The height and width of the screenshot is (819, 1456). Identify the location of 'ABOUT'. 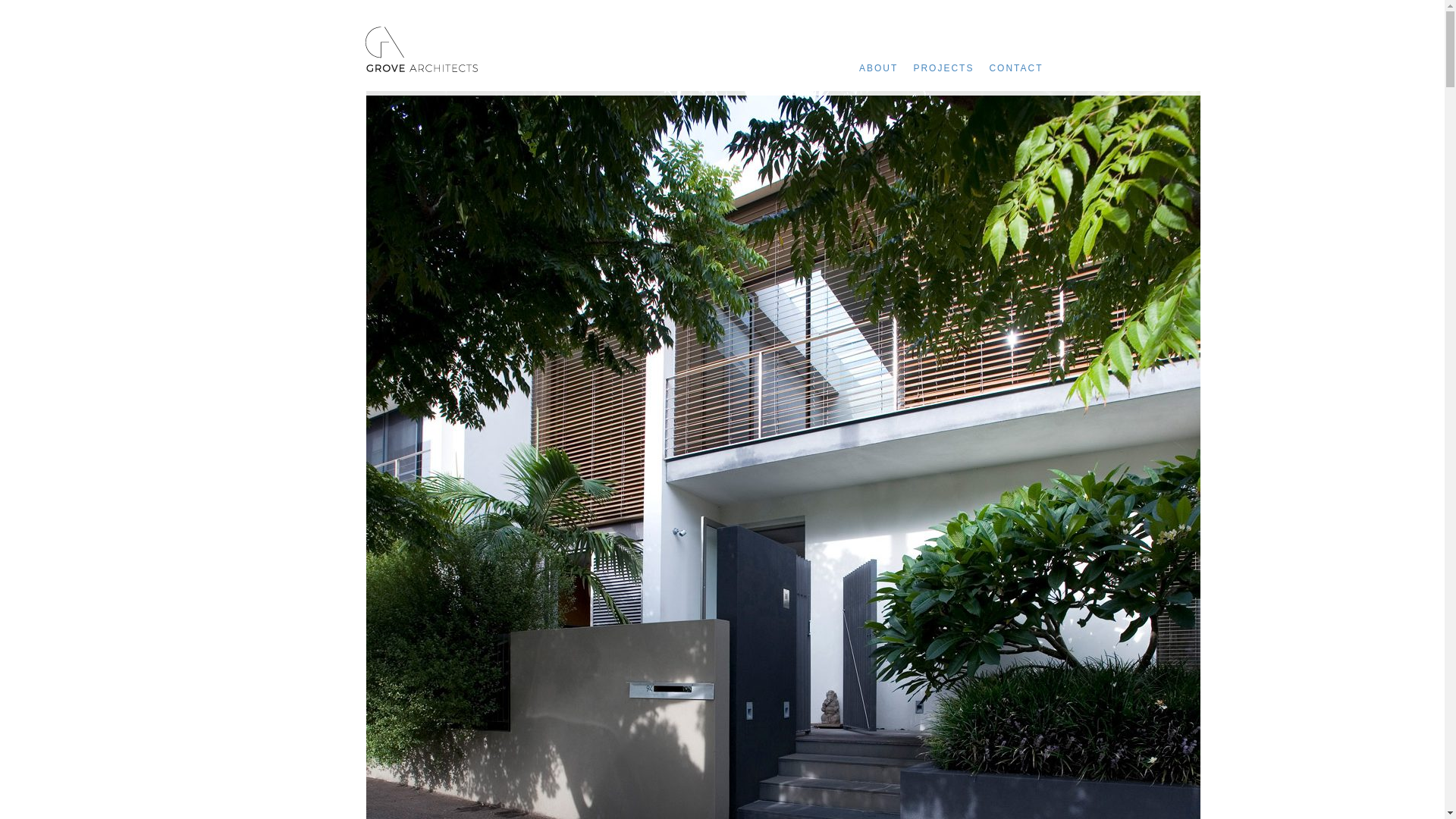
(858, 67).